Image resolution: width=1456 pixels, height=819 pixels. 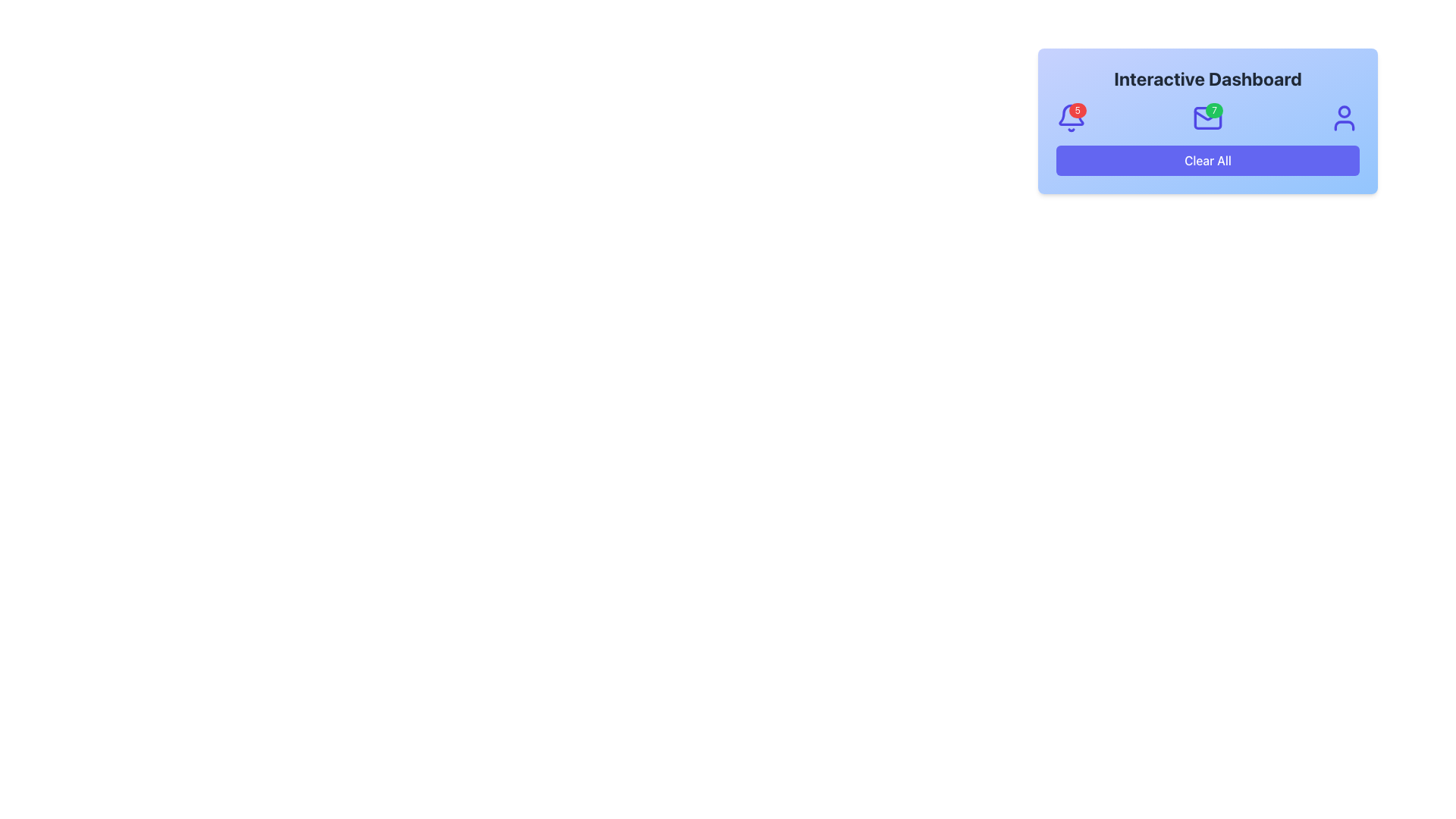 What do you see at coordinates (1207, 161) in the screenshot?
I see `the 'Clear All' button located at the bottom of the card` at bounding box center [1207, 161].